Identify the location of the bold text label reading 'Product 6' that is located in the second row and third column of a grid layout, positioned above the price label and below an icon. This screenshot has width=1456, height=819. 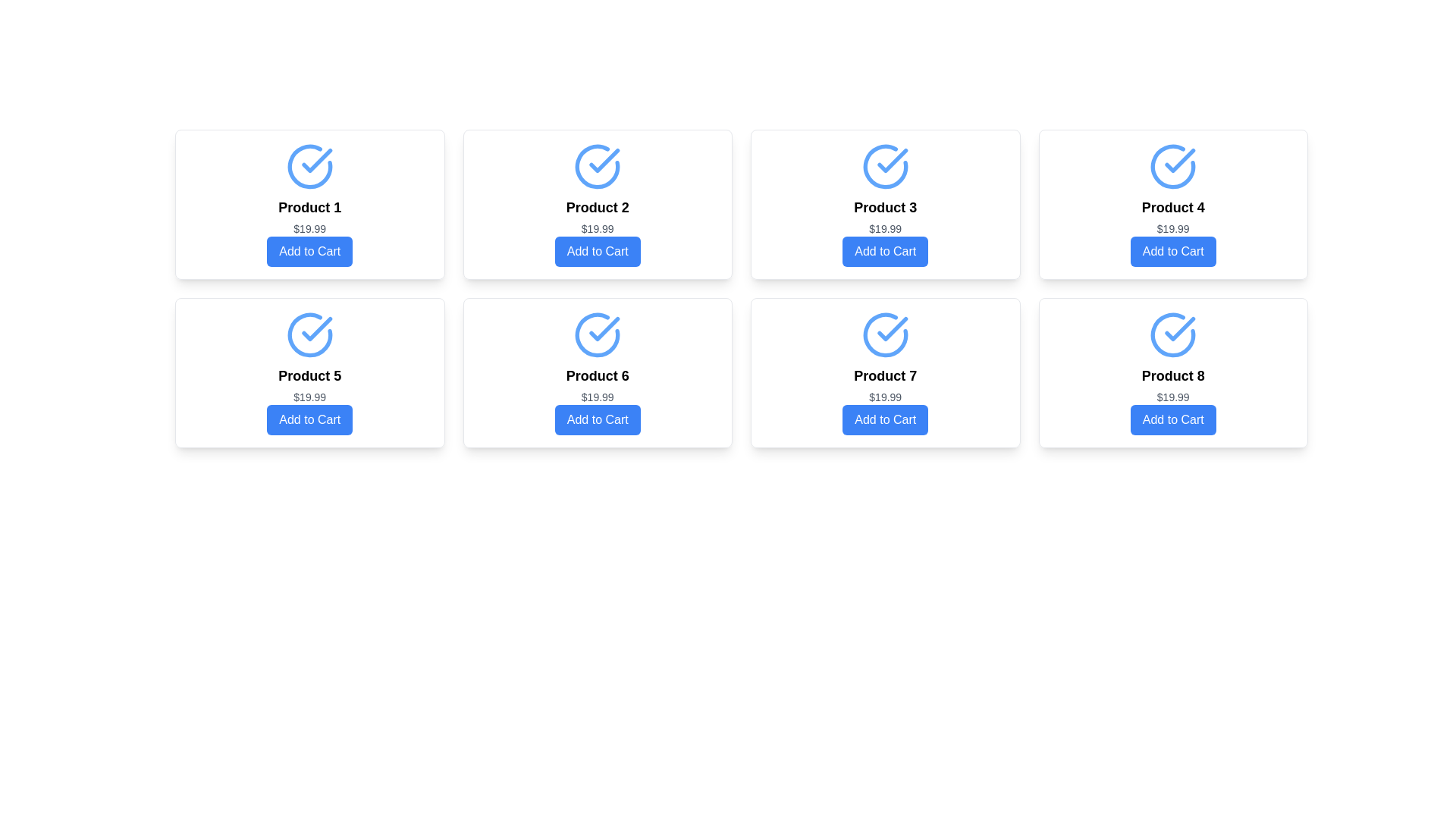
(597, 375).